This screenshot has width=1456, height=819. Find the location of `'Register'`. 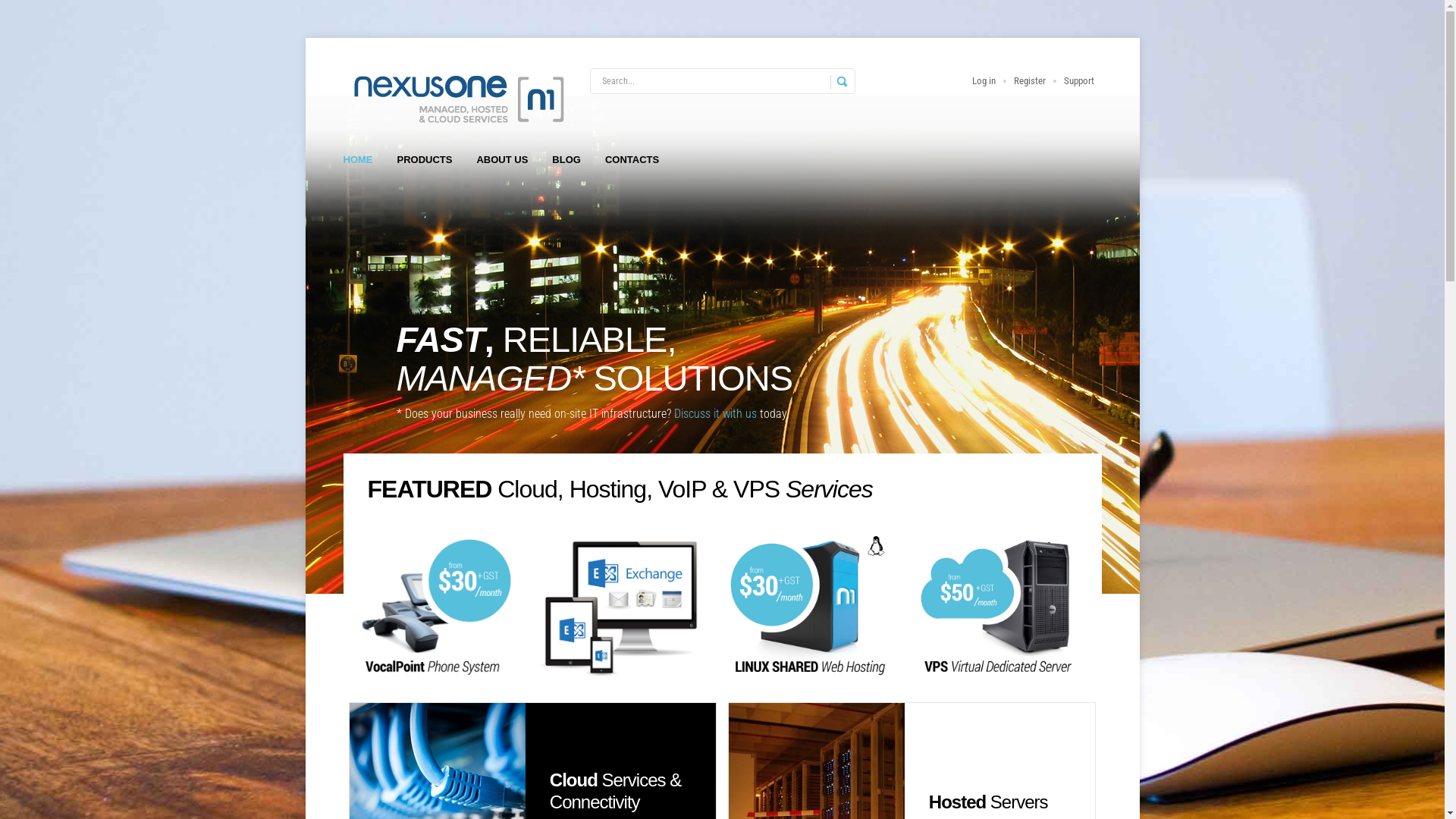

'Register' is located at coordinates (1029, 80).